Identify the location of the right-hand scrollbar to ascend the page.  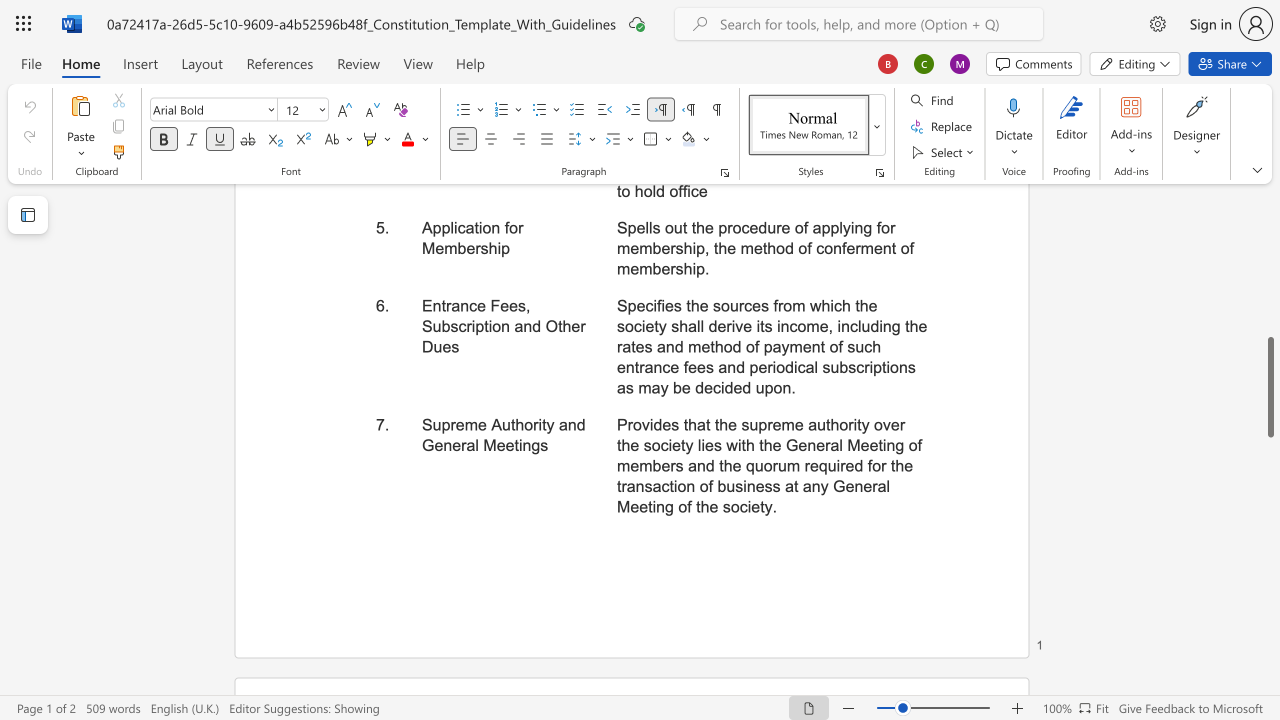
(1269, 220).